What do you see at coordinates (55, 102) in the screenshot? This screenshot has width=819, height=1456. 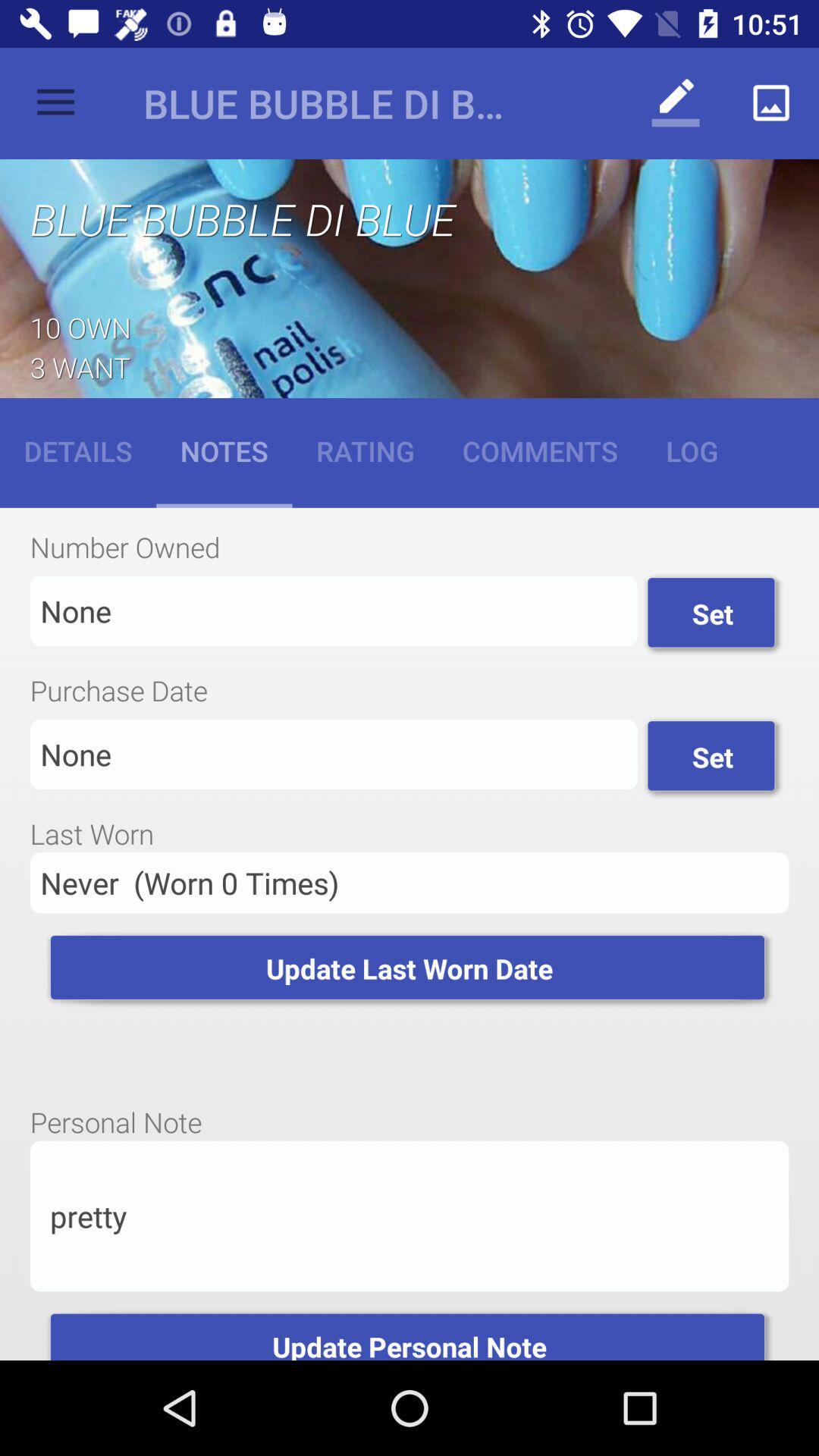 I see `the icon next to the blue bubble di icon` at bounding box center [55, 102].